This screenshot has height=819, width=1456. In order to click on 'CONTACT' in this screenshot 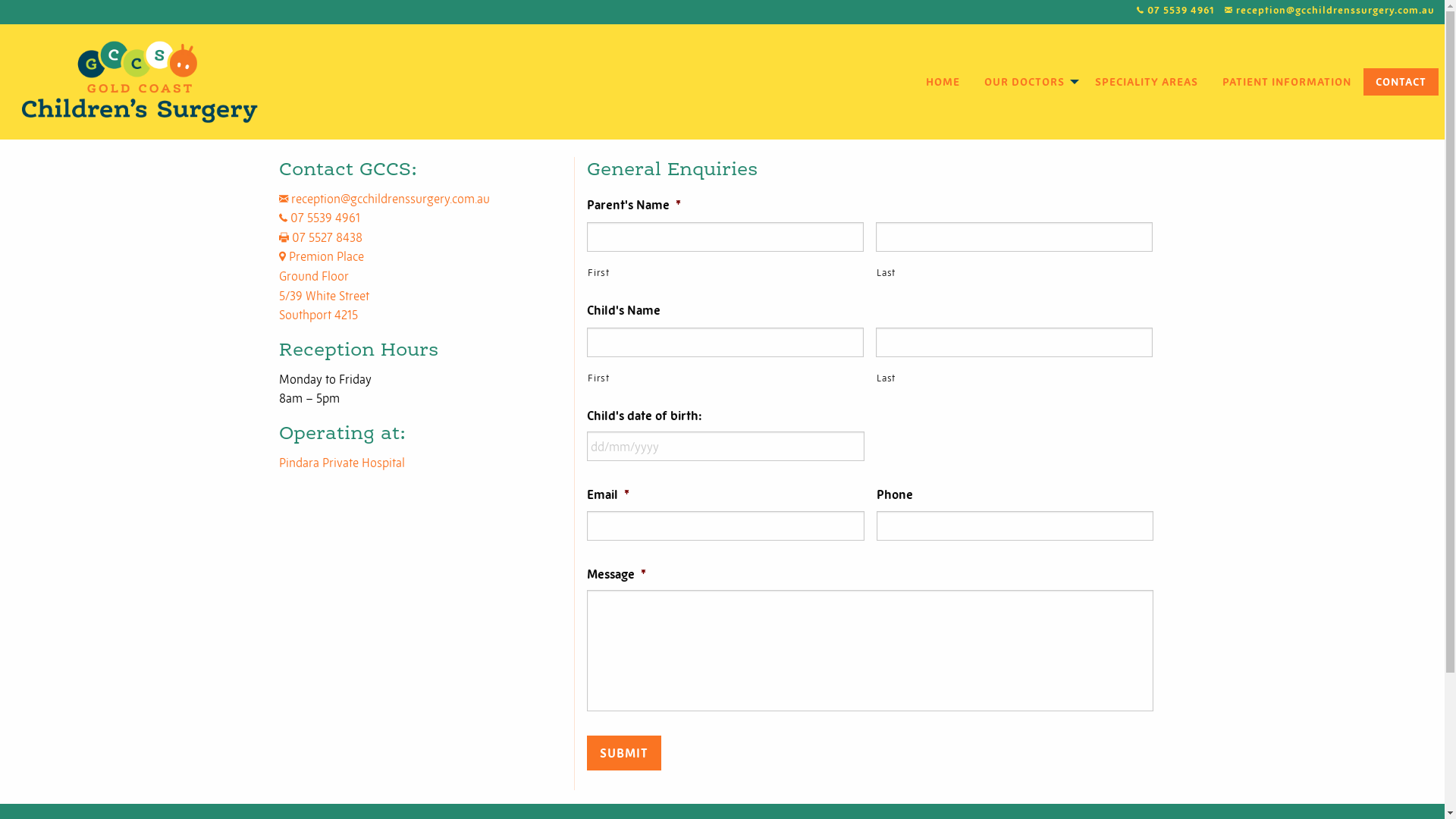, I will do `click(1400, 82)`.